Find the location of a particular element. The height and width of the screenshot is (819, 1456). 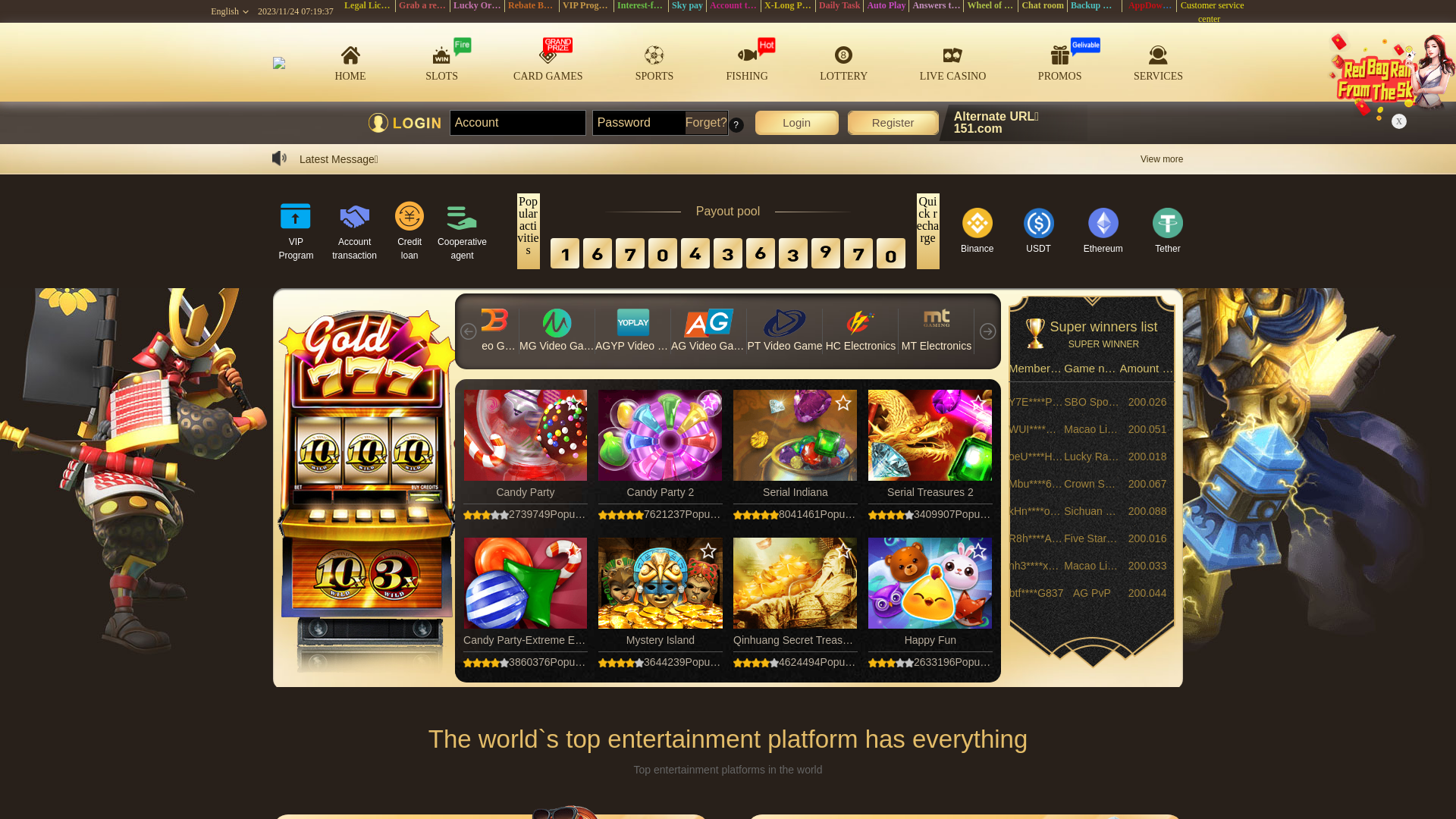

'SERVICES' is located at coordinates (1157, 61).